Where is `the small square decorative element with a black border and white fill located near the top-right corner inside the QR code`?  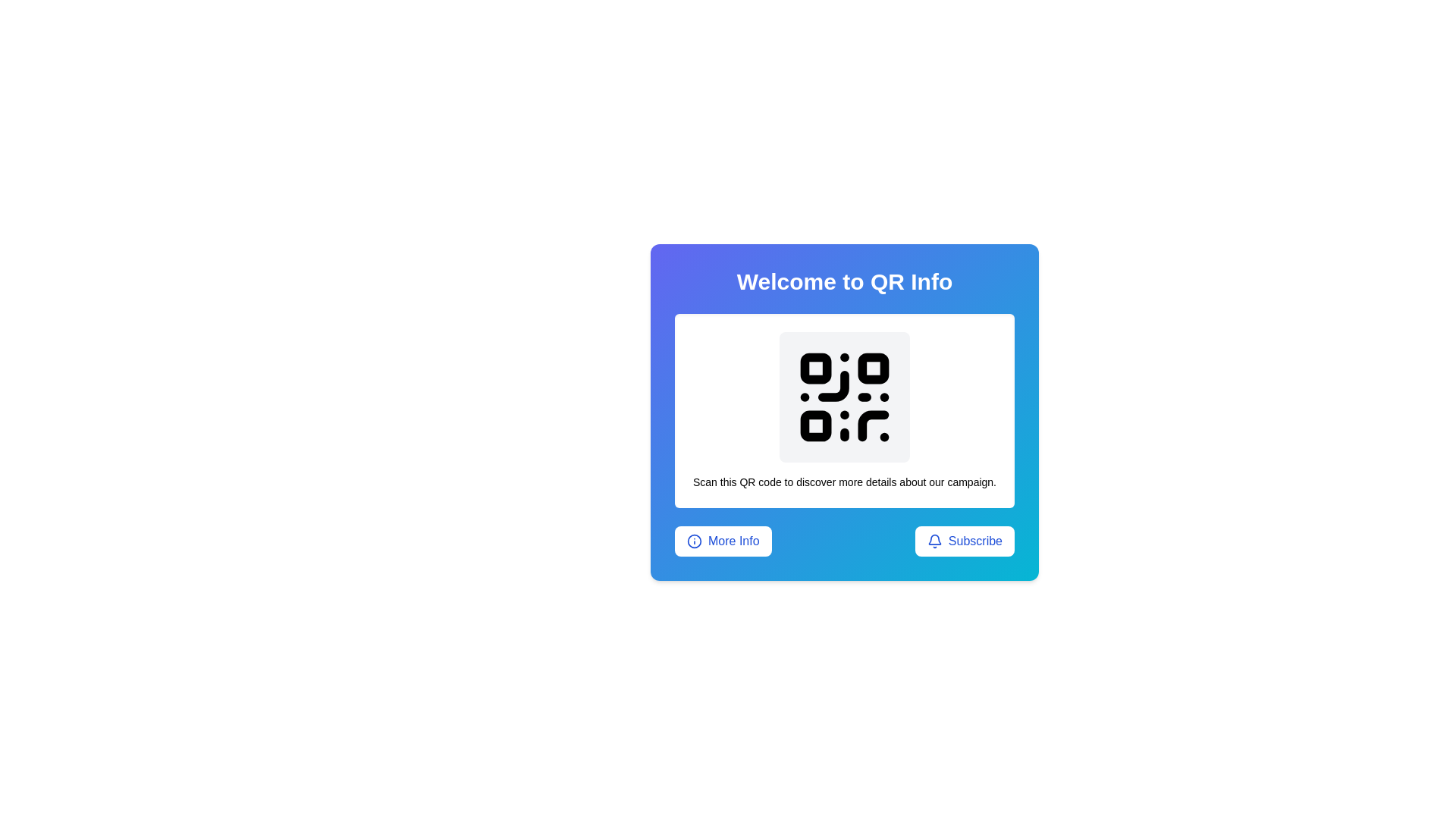 the small square decorative element with a black border and white fill located near the top-right corner inside the QR code is located at coordinates (874, 369).